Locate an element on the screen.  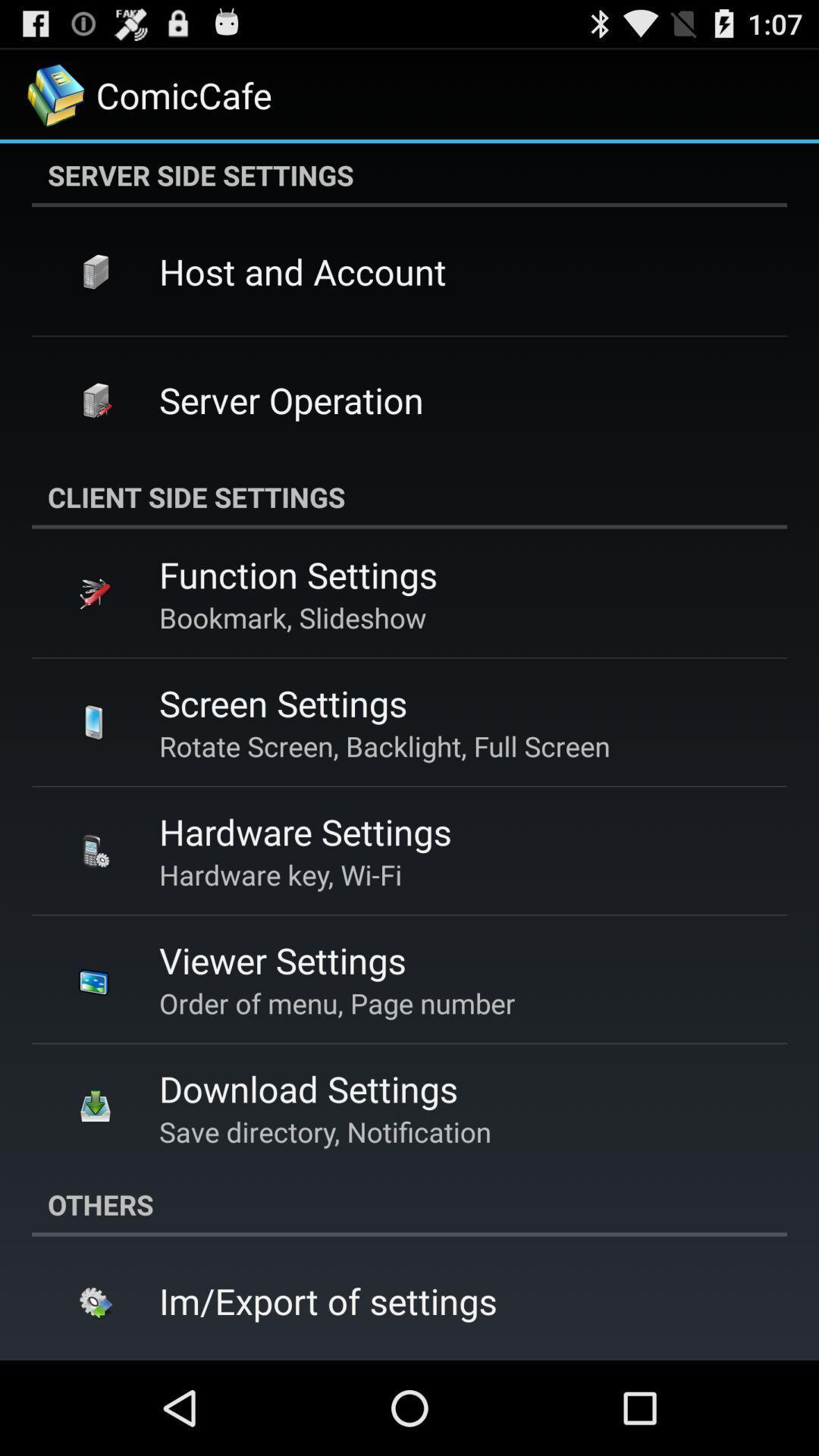
the app below client side settings app is located at coordinates (298, 573).